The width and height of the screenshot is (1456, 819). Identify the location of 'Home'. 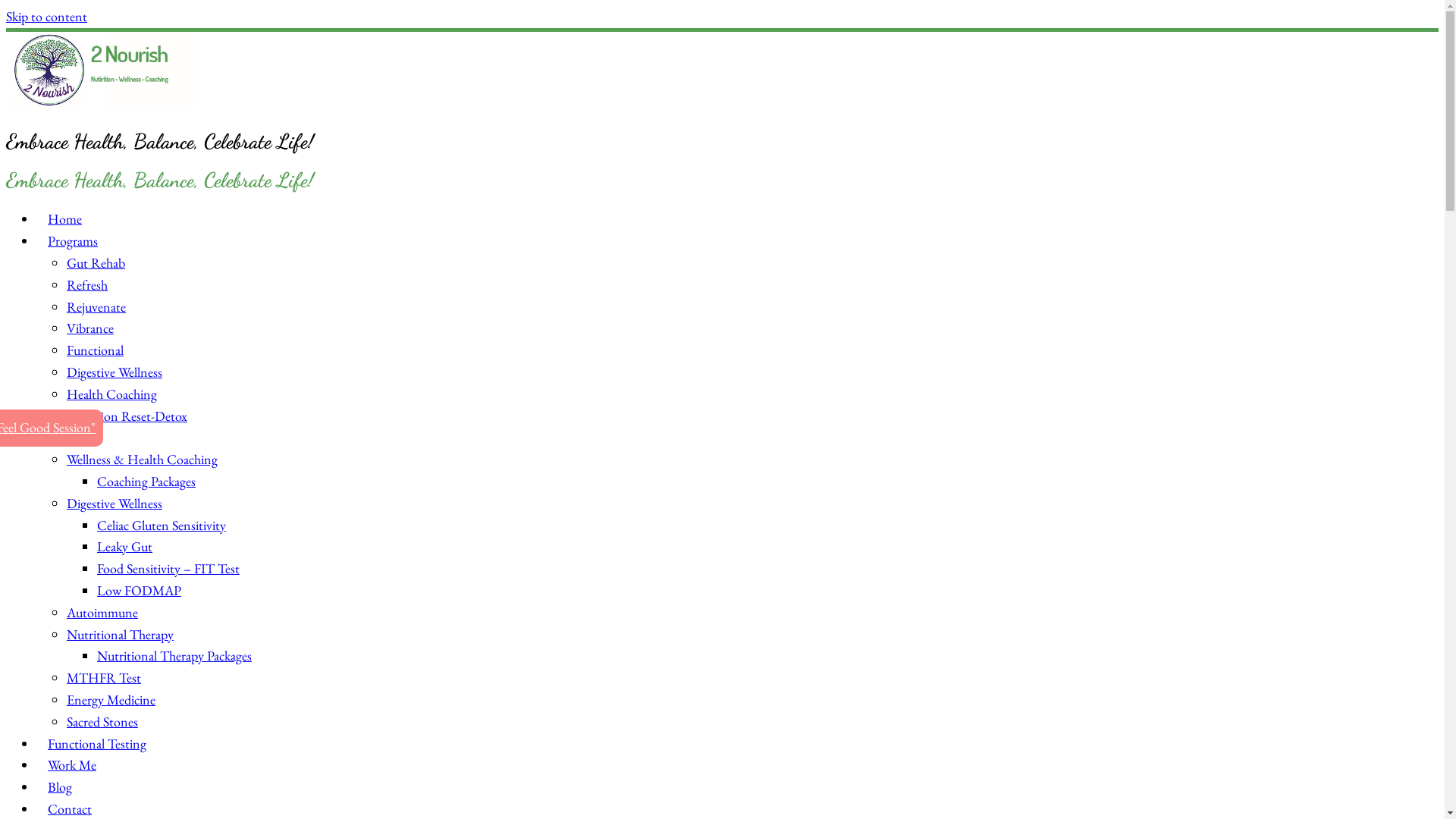
(64, 218).